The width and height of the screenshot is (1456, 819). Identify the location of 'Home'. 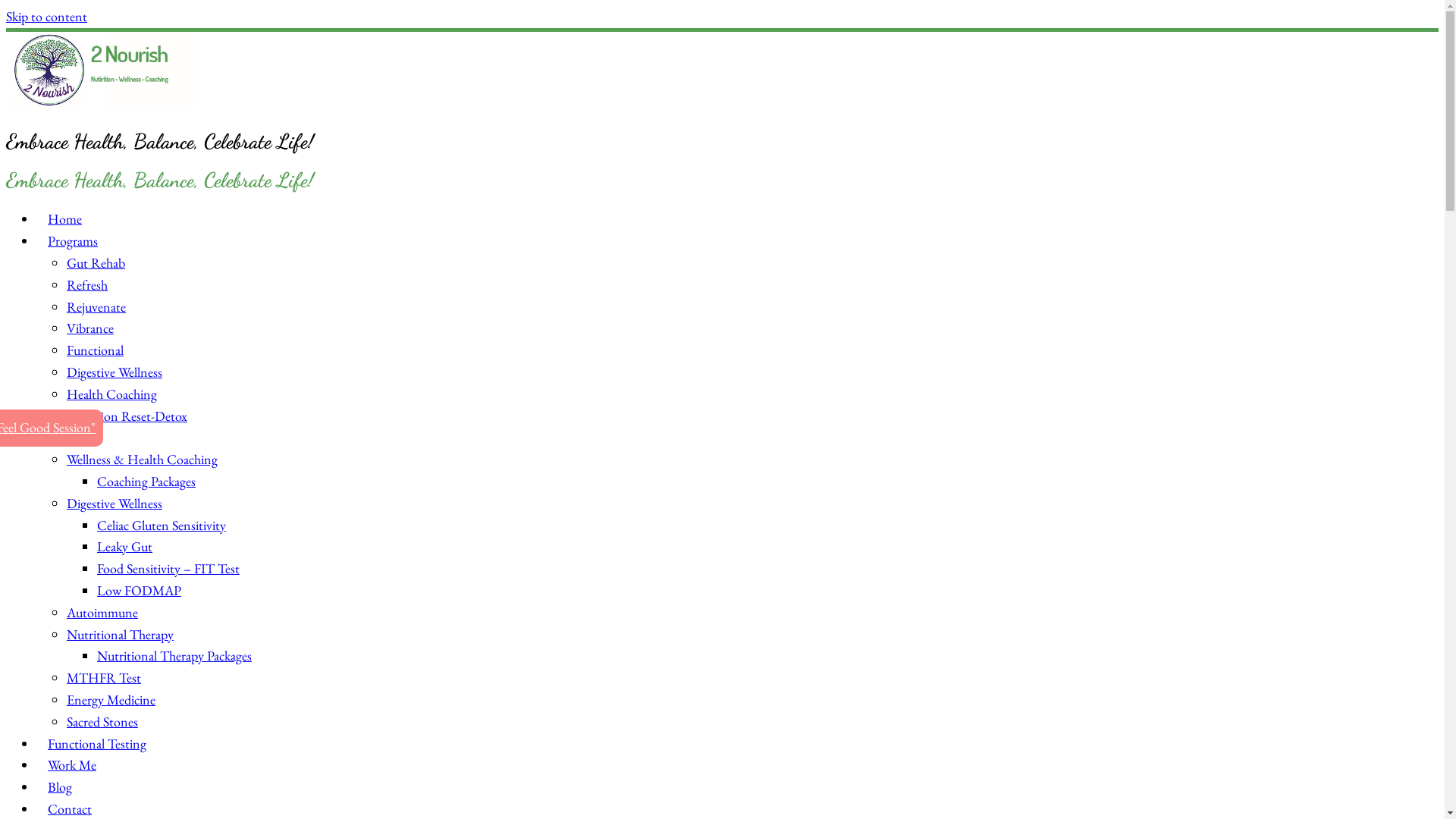
(64, 218).